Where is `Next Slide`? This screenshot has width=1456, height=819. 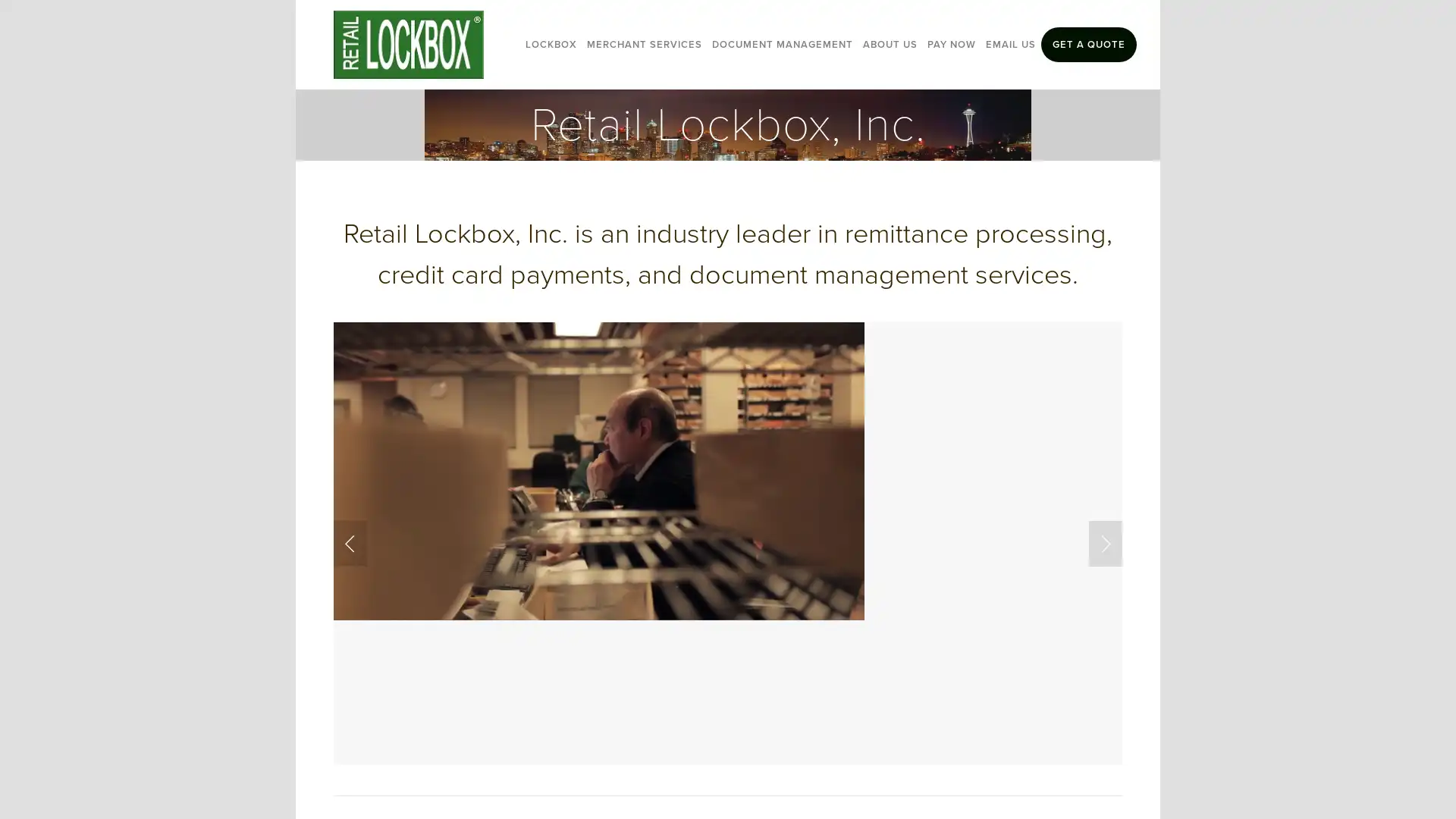 Next Slide is located at coordinates (1106, 542).